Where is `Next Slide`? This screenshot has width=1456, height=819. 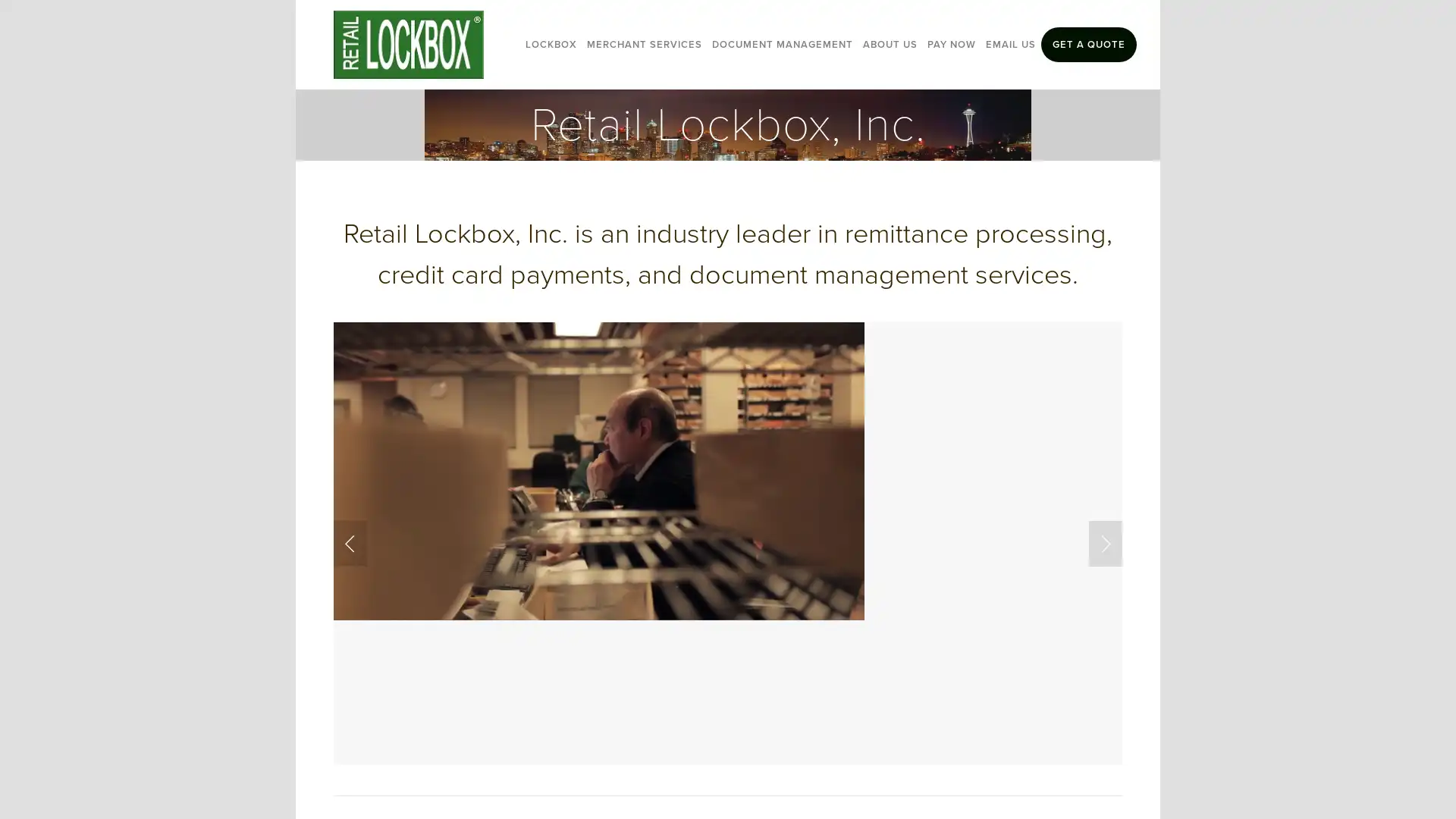 Next Slide is located at coordinates (1106, 542).